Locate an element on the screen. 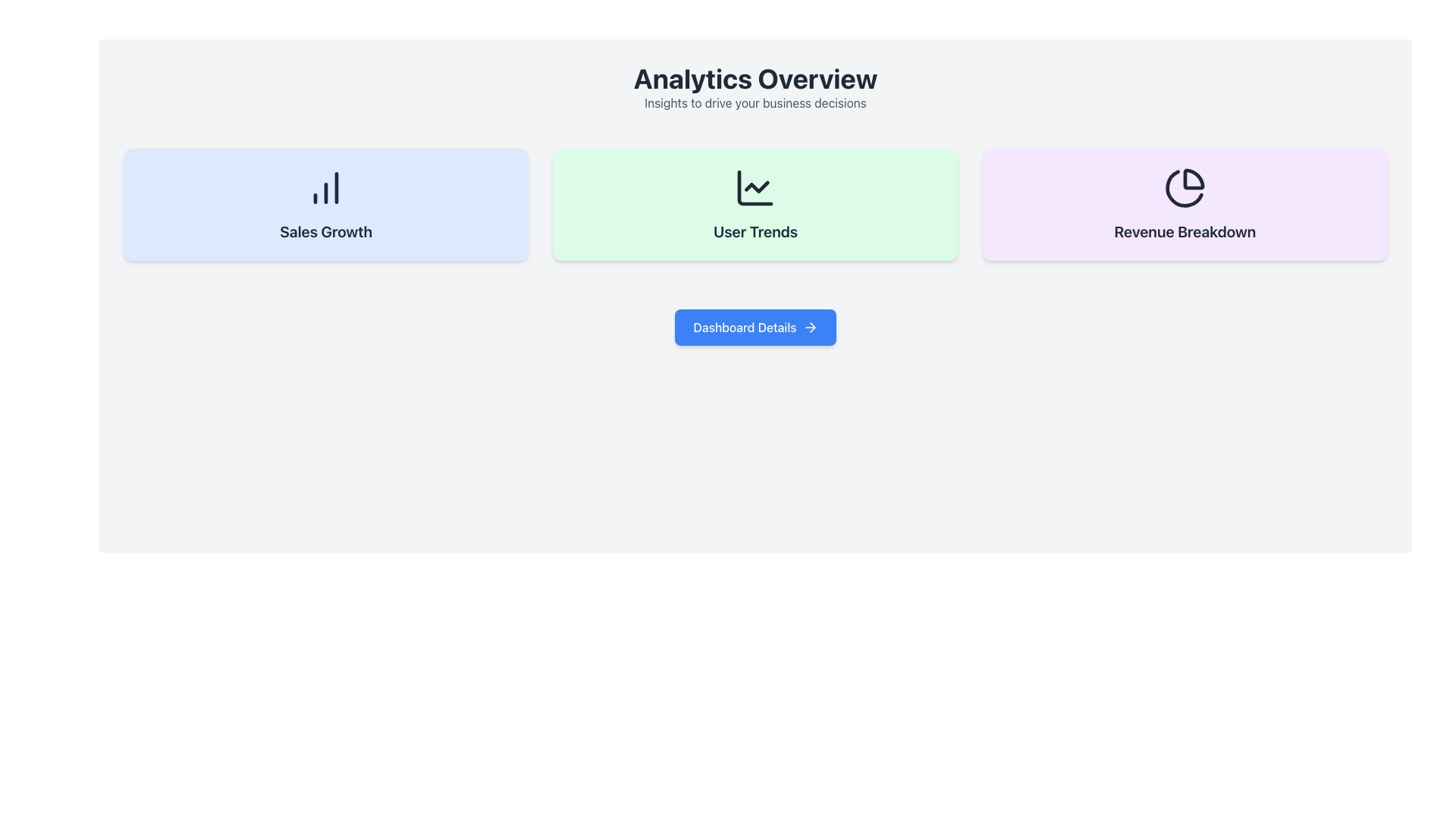  the 'User Trends' clickable card, which is a rectangular card with a pale green background and a black outlined line chart icon at the top center is located at coordinates (755, 205).